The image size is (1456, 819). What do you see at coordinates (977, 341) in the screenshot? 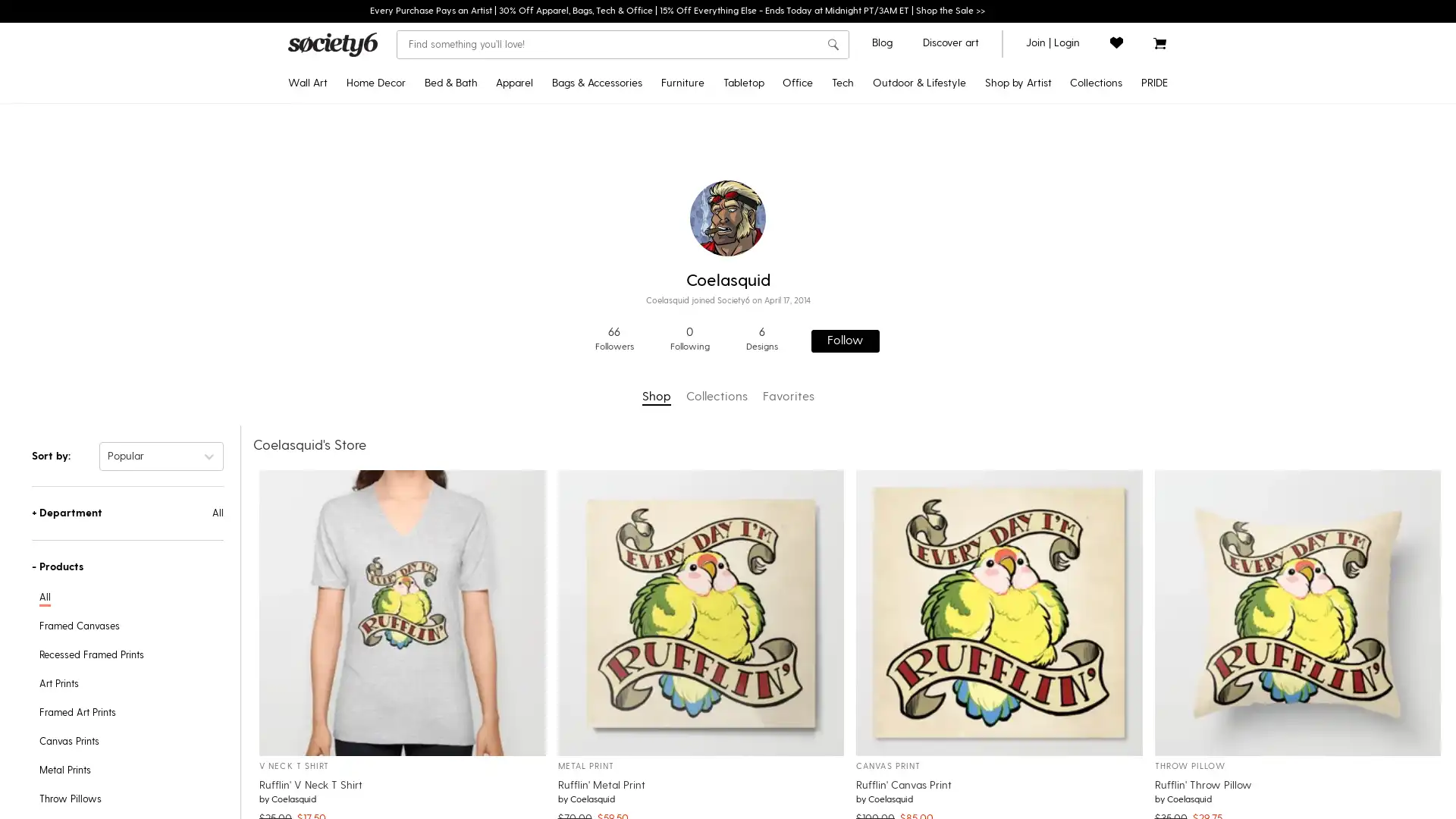
I see `Shop by Artist` at bounding box center [977, 341].